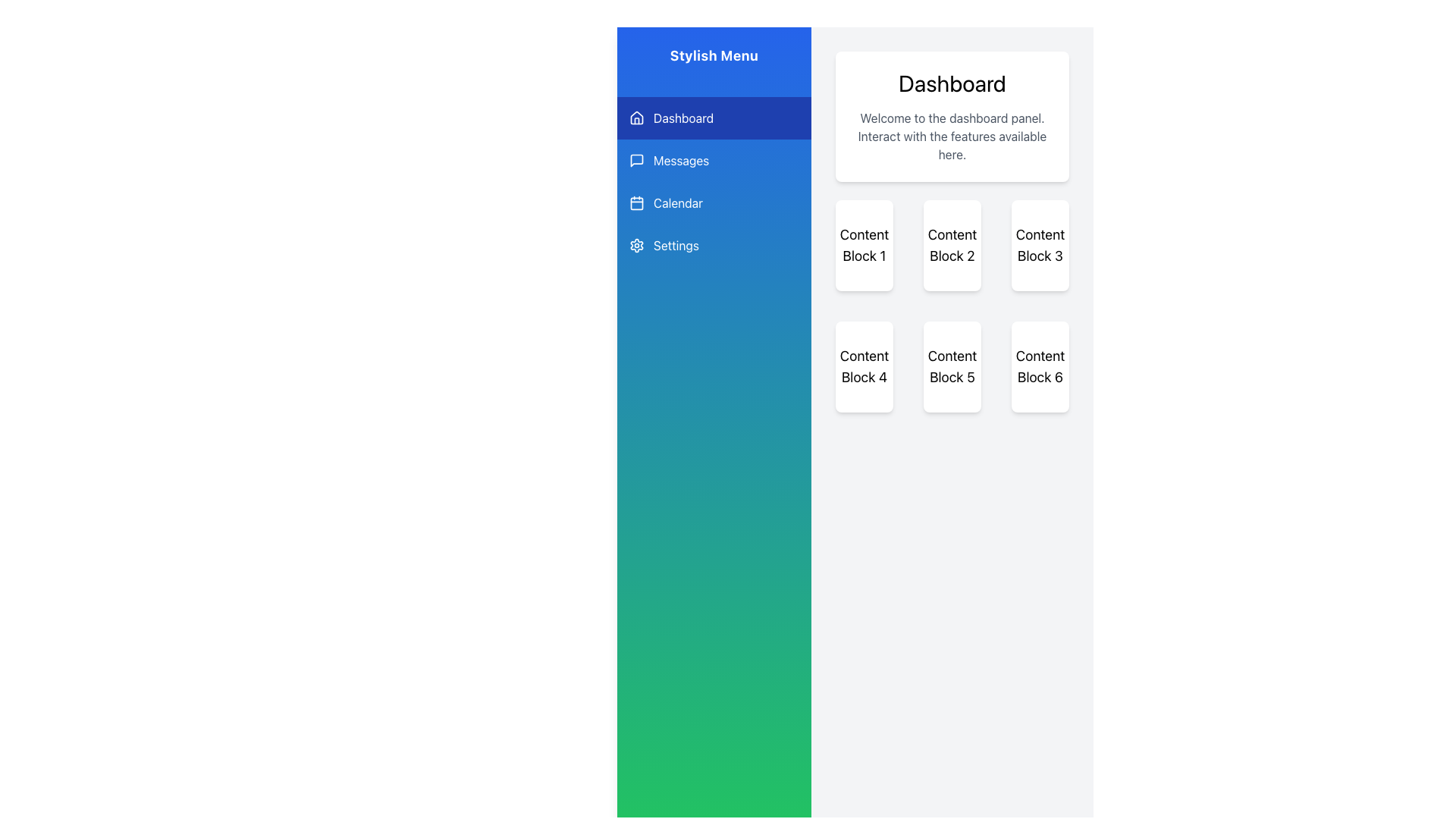 Image resolution: width=1456 pixels, height=819 pixels. What do you see at coordinates (713, 202) in the screenshot?
I see `the third button in the navigation menu, located between 'Messages' and 'Settings'` at bounding box center [713, 202].